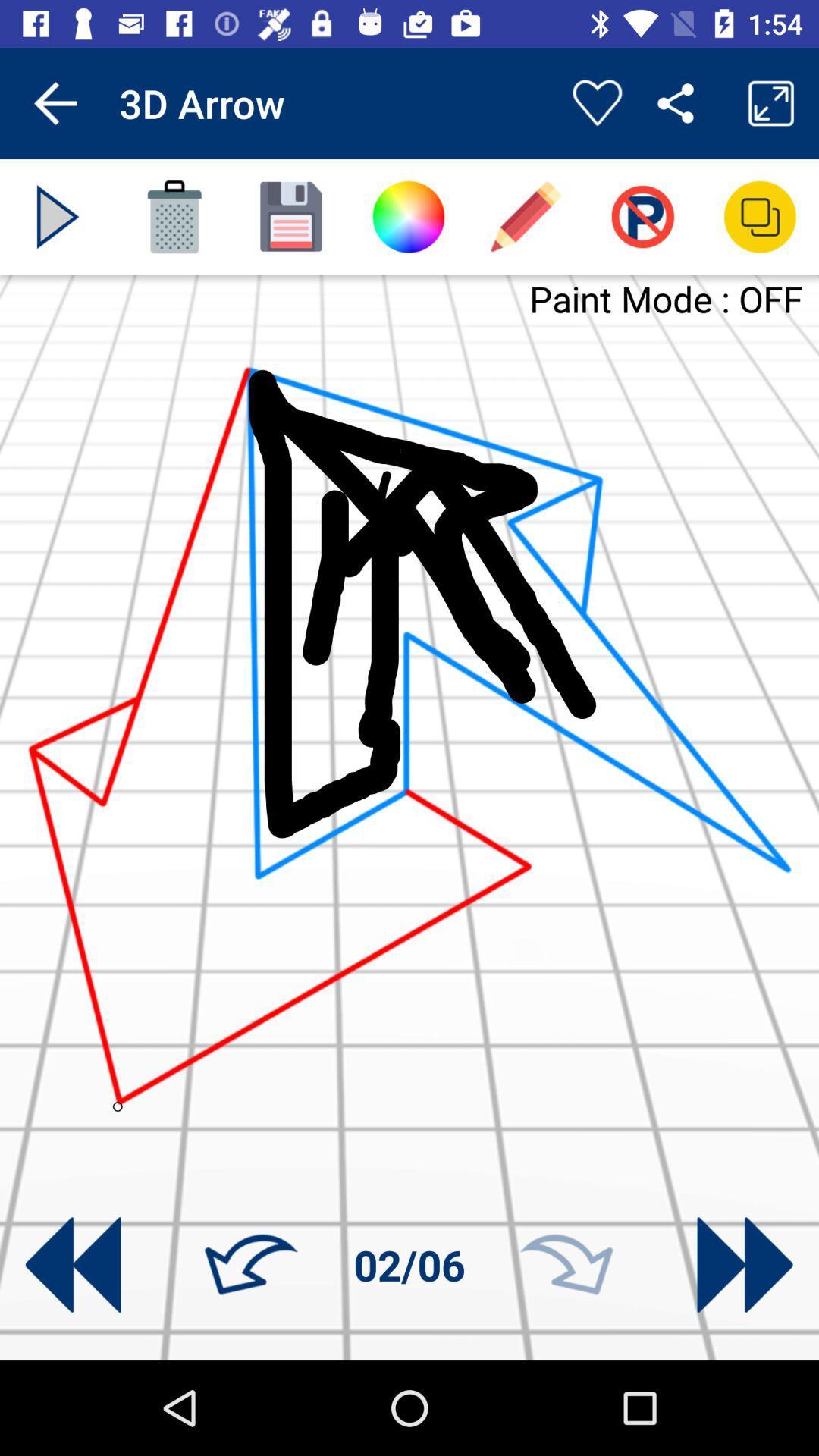 Image resolution: width=819 pixels, height=1456 pixels. What do you see at coordinates (250, 1265) in the screenshot?
I see `go left` at bounding box center [250, 1265].